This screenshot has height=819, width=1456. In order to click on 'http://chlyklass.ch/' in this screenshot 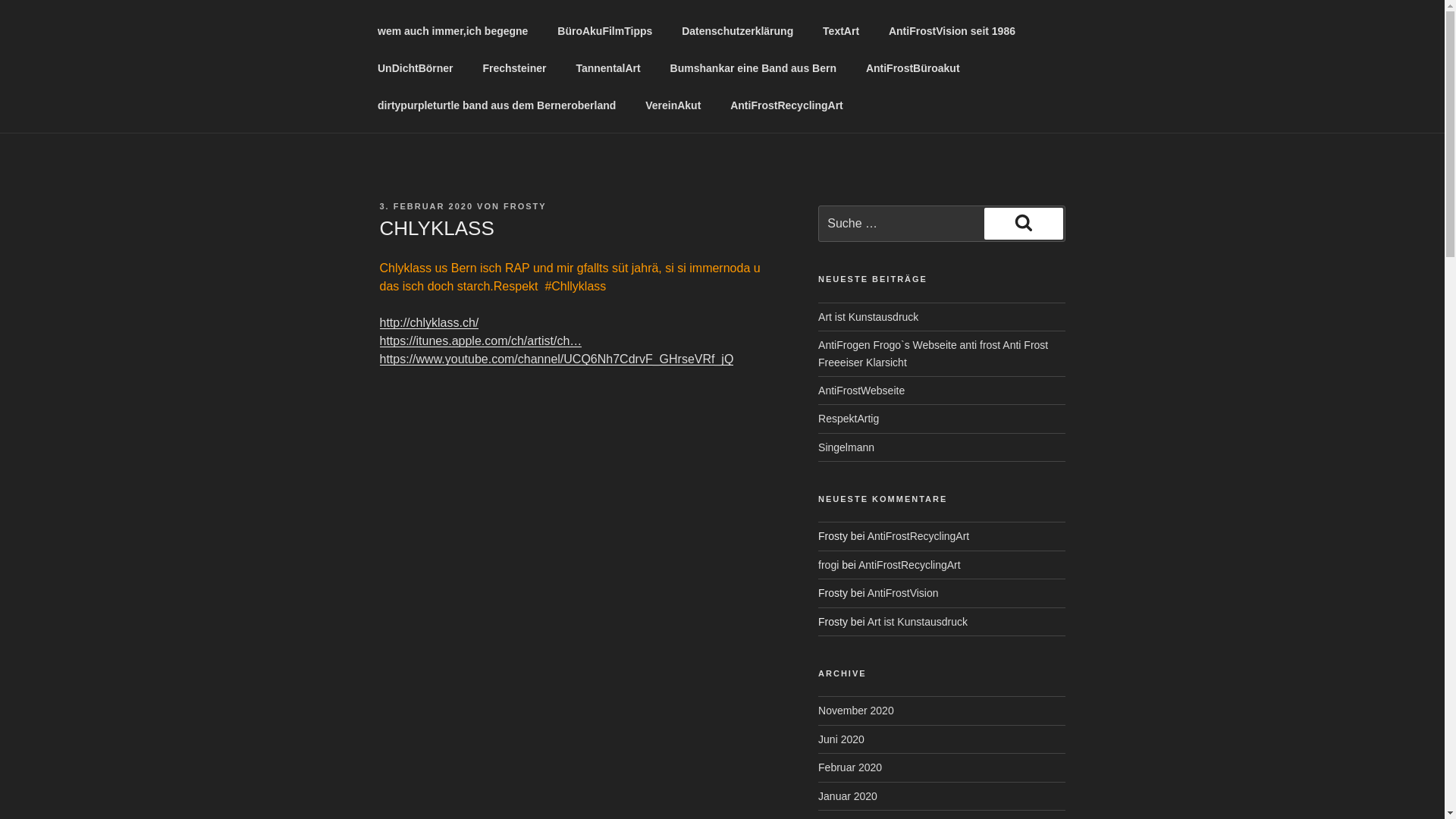, I will do `click(428, 322)`.